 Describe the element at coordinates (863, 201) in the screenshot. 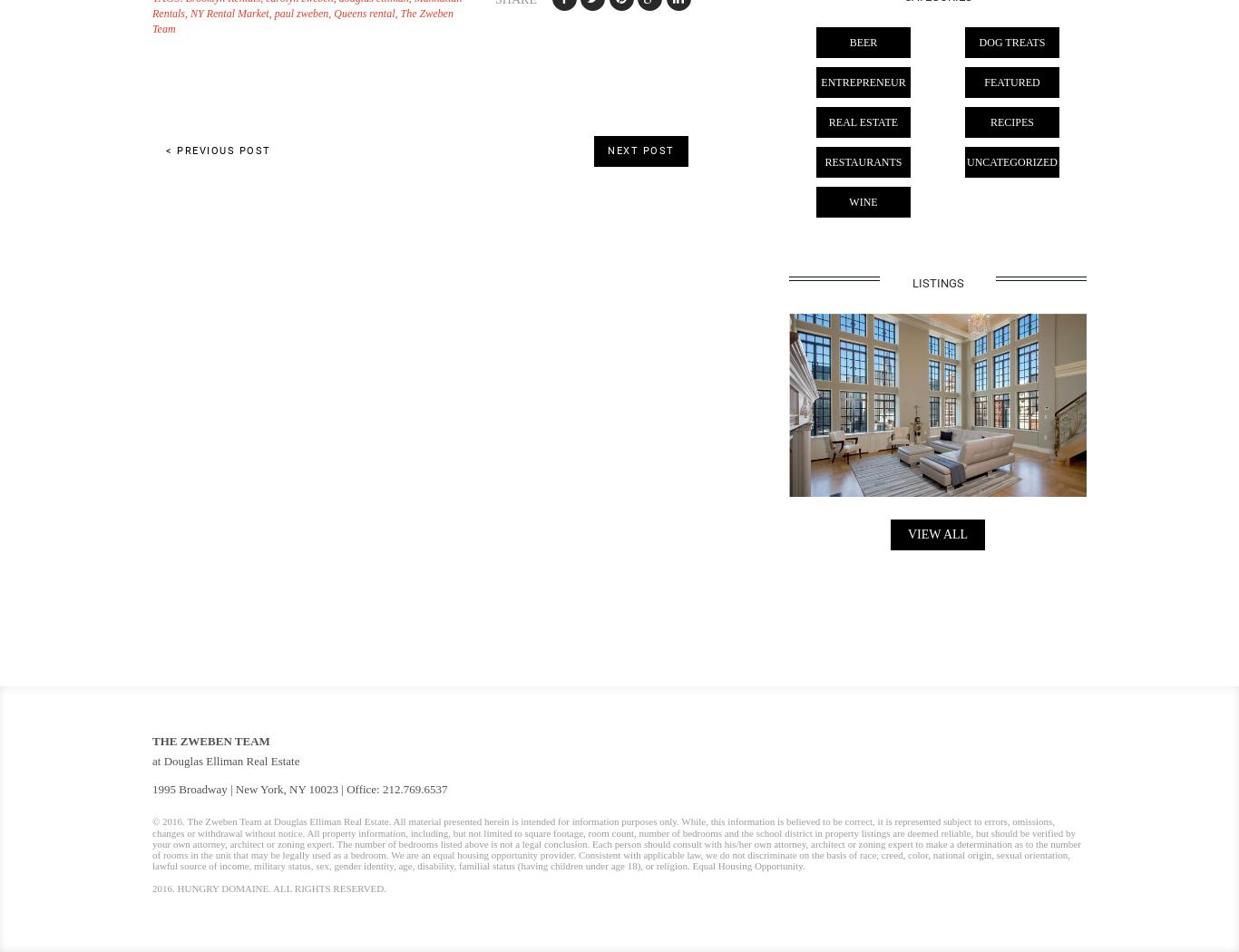

I see `'wine'` at that location.